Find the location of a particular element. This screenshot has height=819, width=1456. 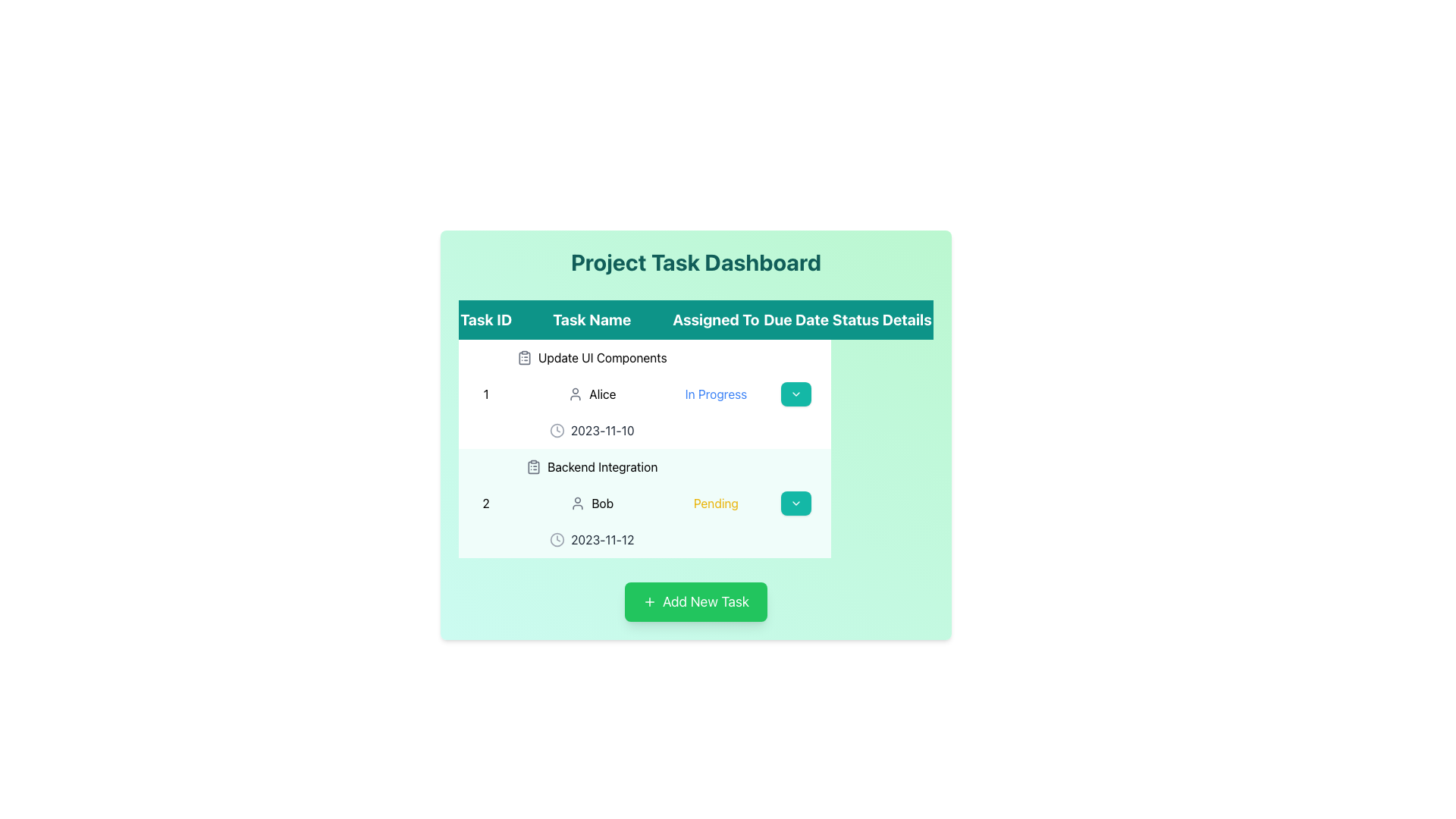

the teal button with a downward-facing arrow icon in the 'Details' column of the 'Backend Integration' task row is located at coordinates (795, 503).